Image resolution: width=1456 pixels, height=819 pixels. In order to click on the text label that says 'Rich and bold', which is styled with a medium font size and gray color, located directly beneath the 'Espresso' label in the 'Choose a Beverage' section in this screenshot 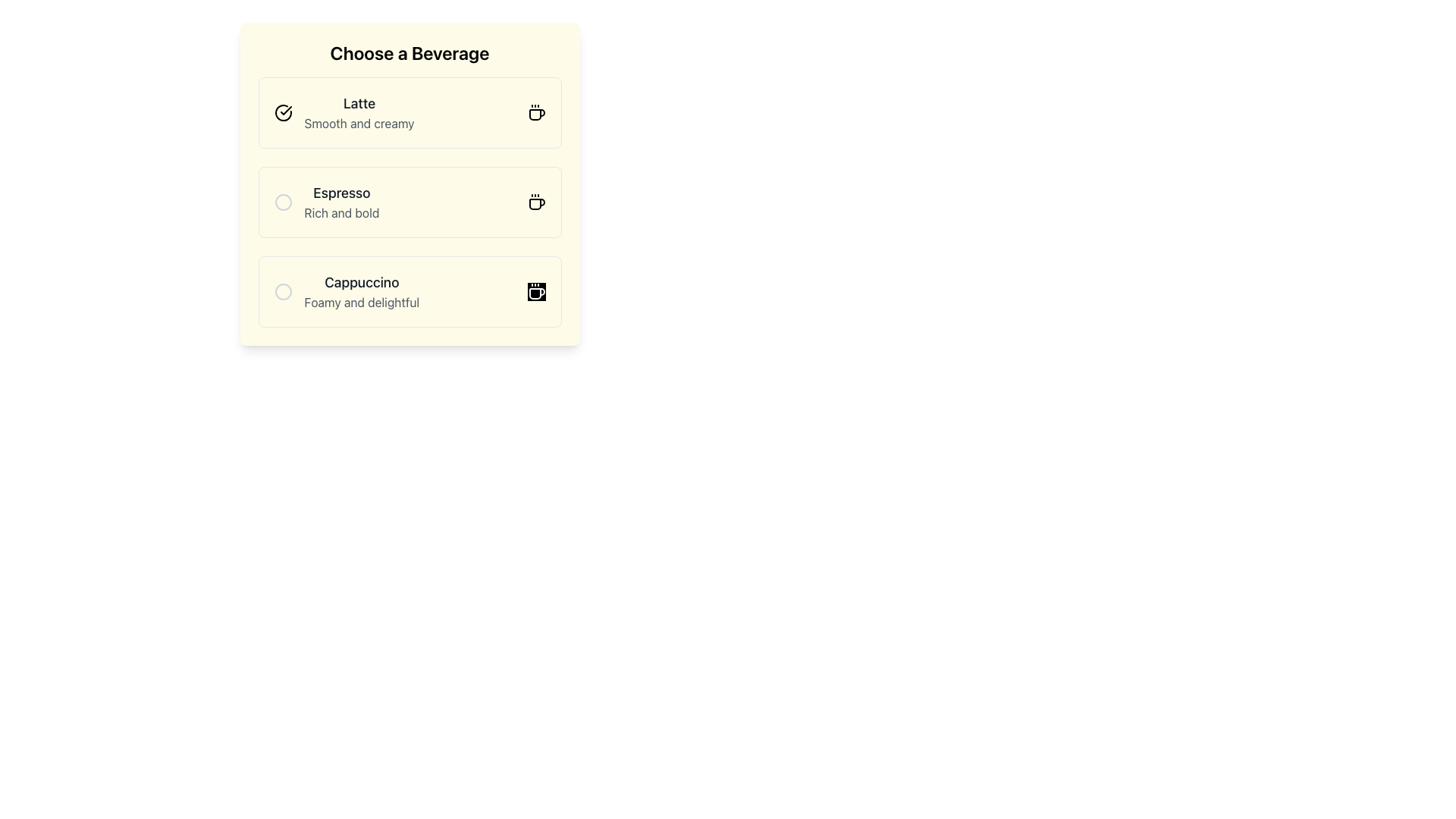, I will do `click(341, 213)`.